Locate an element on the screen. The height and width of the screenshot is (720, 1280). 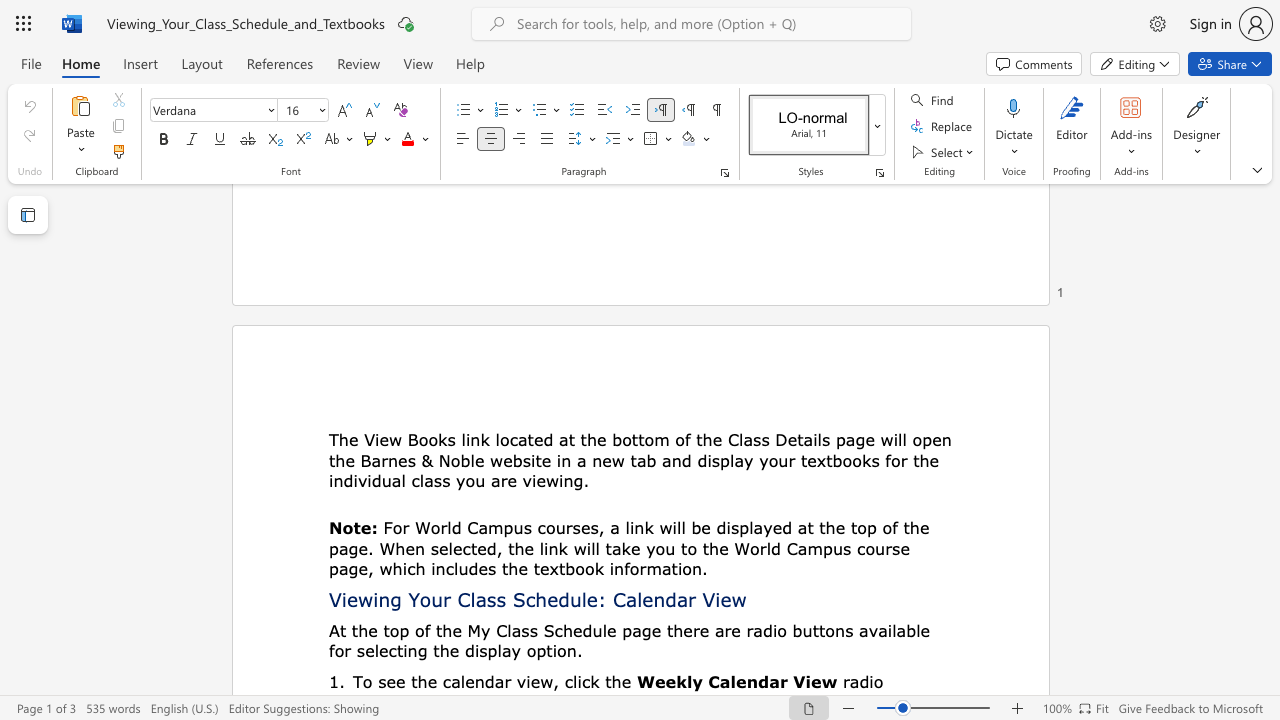
the subset text "tab and display yo" within the text "at the bottom of the Class Details page will open the Barnes & Noble website in a new tab and display your textbooks for the individual class you are viewing." is located at coordinates (629, 460).